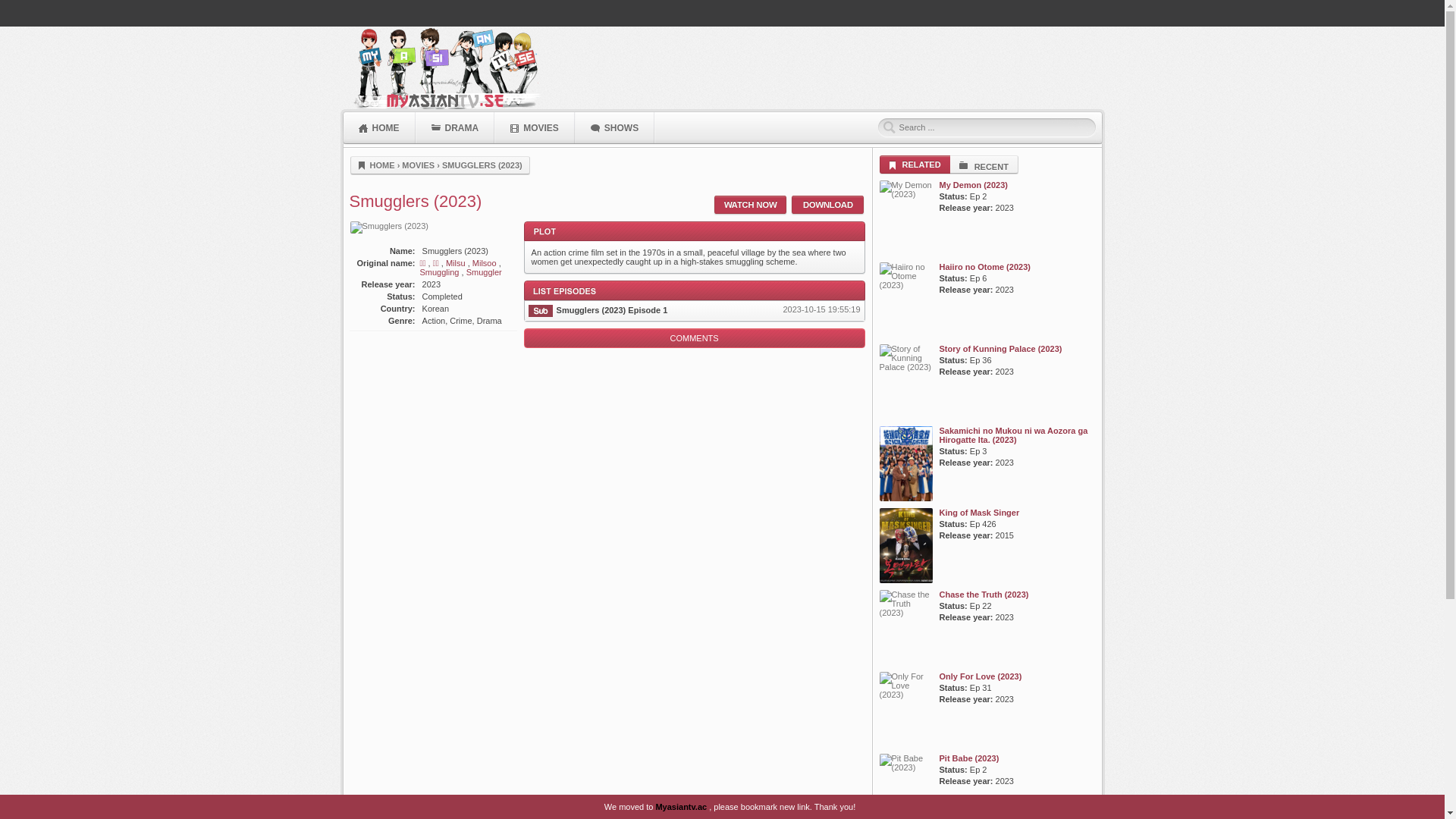 The width and height of the screenshot is (1456, 819). What do you see at coordinates (458, 262) in the screenshot?
I see `'Milsu'` at bounding box center [458, 262].